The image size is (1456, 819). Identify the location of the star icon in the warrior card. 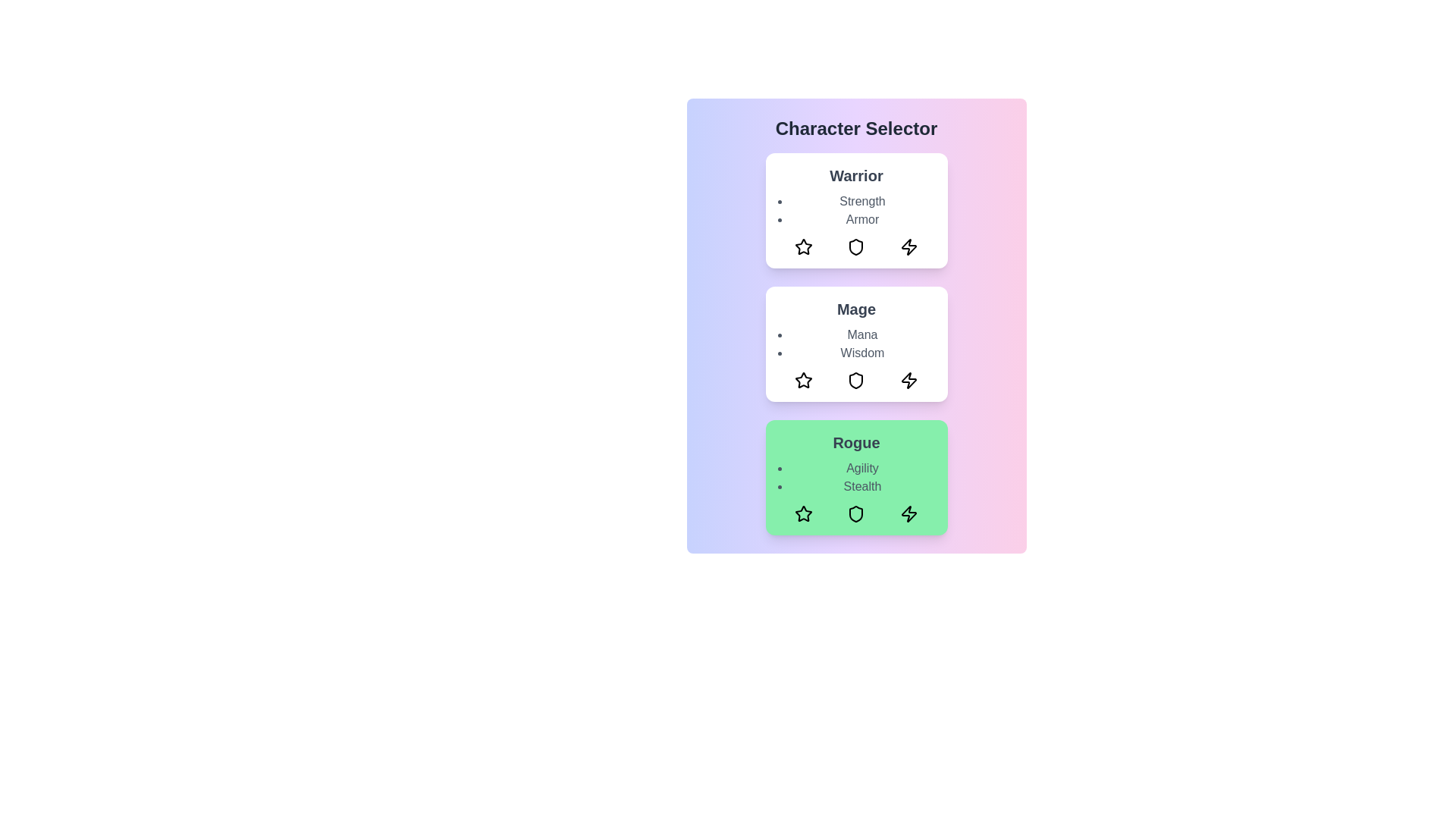
(803, 246).